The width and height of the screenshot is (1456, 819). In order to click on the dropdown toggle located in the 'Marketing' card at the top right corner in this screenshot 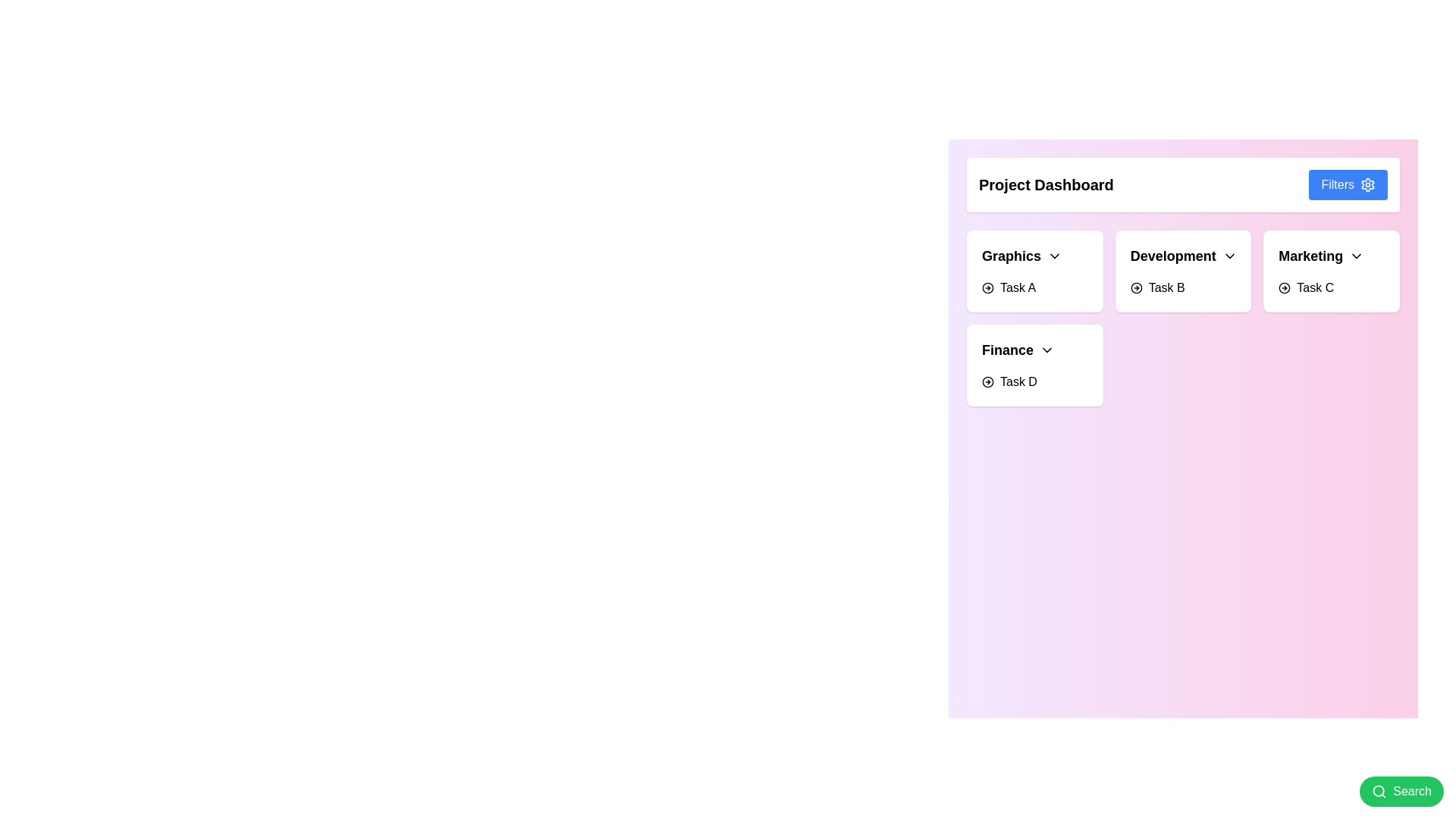, I will do `click(1320, 256)`.